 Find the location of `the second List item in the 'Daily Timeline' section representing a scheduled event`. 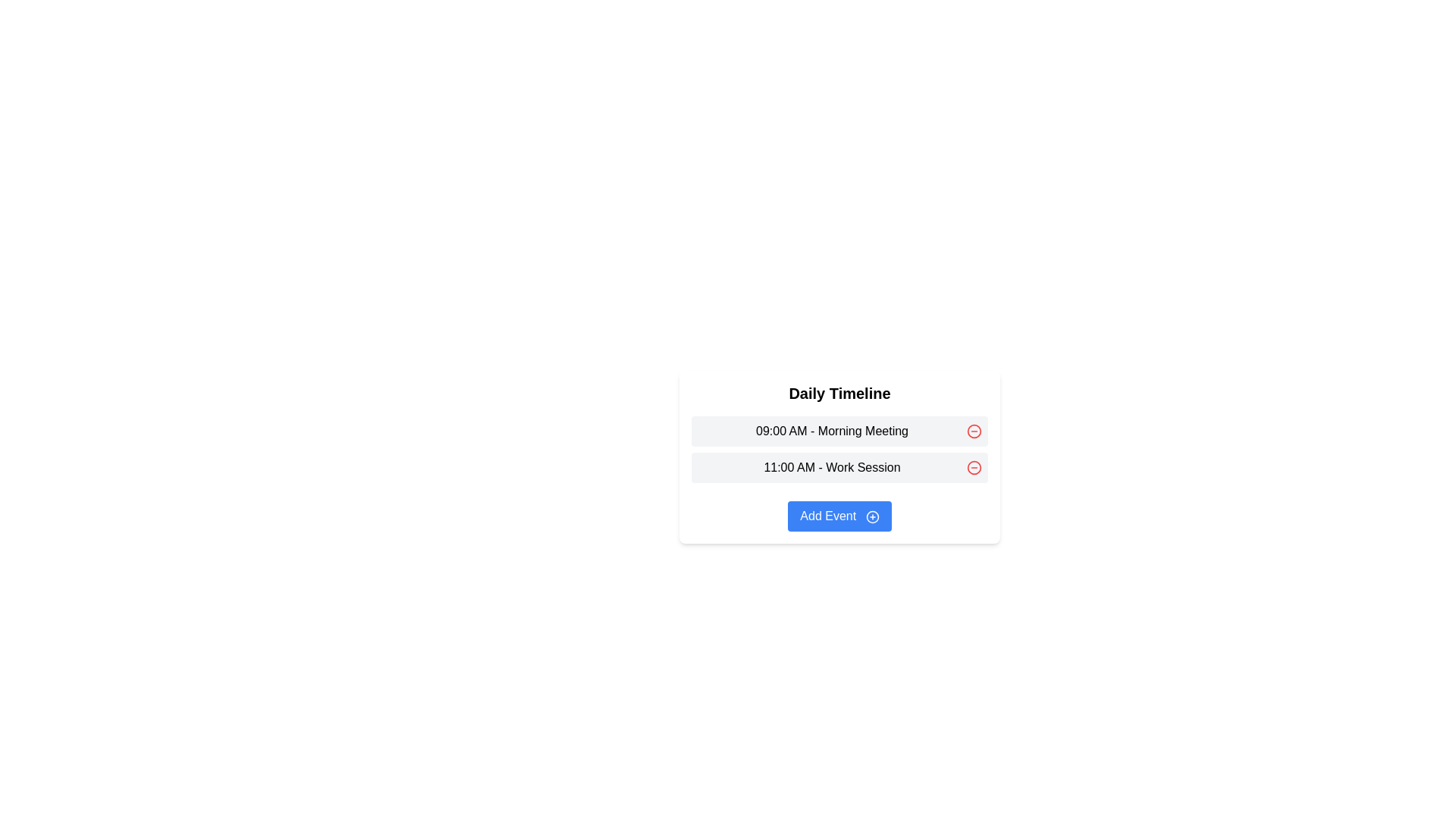

the second List item in the 'Daily Timeline' section representing a scheduled event is located at coordinates (839, 467).